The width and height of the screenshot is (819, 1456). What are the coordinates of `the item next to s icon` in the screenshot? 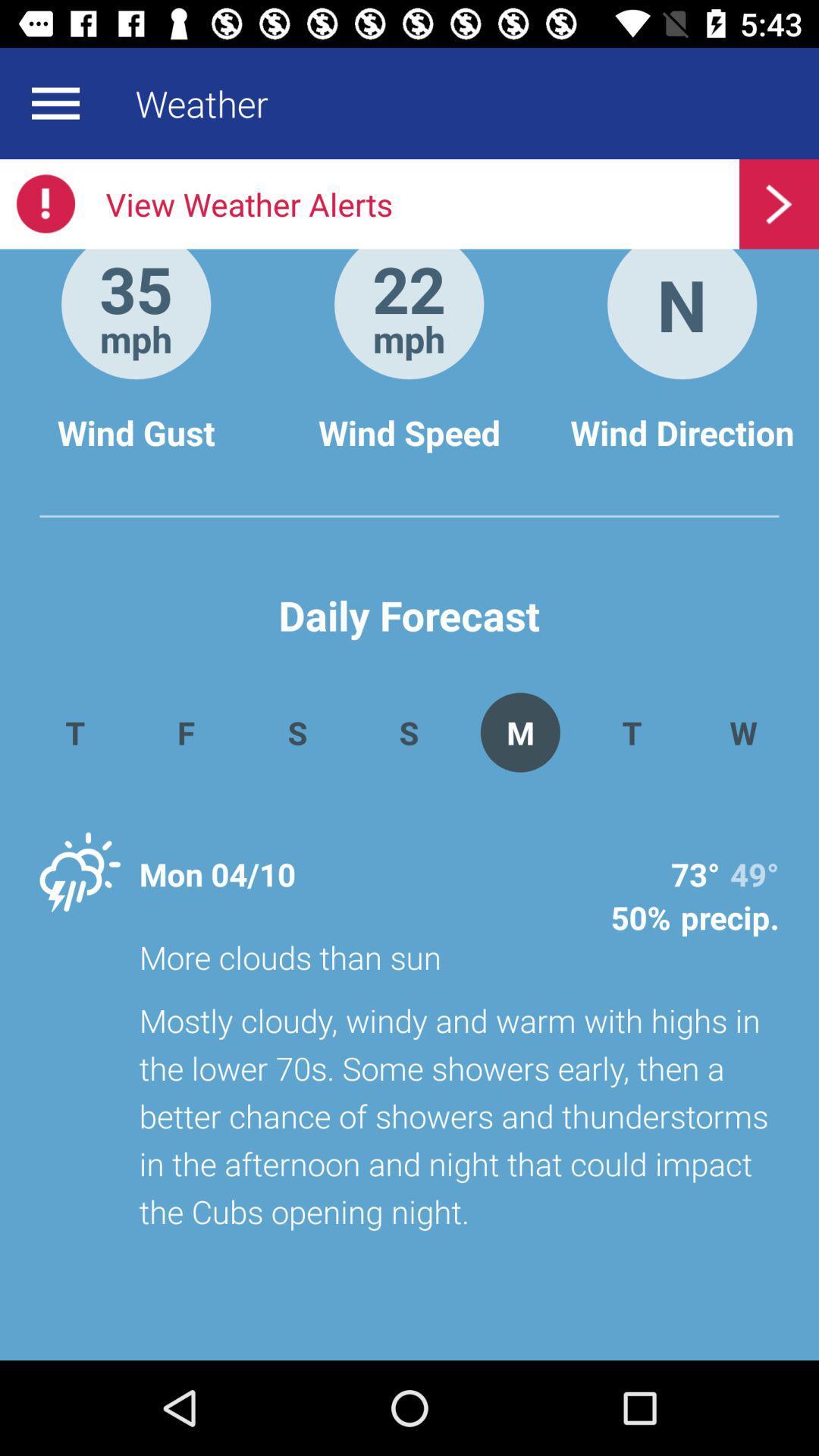 It's located at (519, 732).